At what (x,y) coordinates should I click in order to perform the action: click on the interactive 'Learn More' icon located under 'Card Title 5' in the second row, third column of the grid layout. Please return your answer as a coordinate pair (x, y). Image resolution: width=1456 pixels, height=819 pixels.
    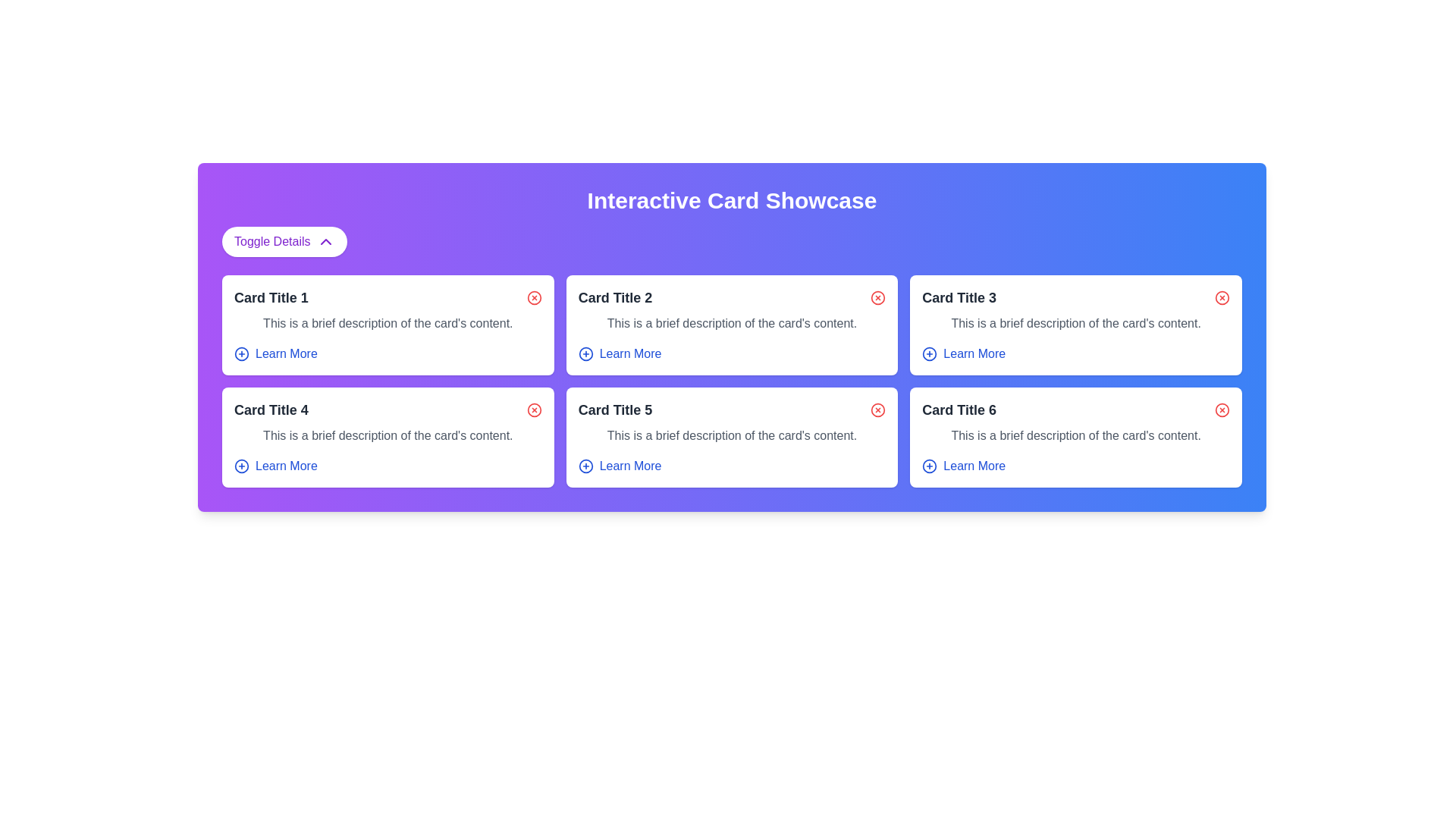
    Looking at the image, I should click on (585, 465).